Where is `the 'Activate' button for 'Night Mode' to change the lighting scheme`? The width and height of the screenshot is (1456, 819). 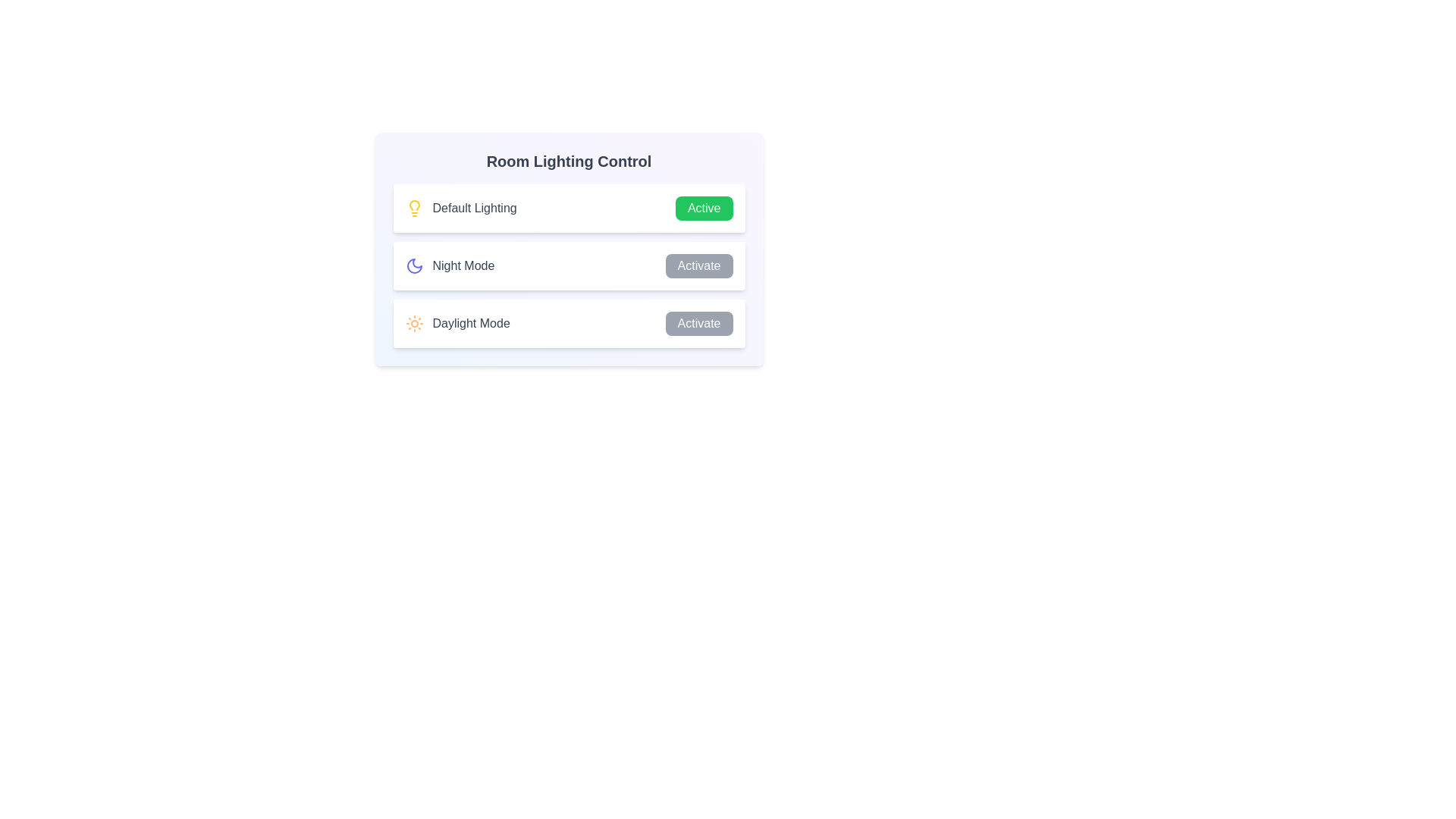
the 'Activate' button for 'Night Mode' to change the lighting scheme is located at coordinates (698, 265).